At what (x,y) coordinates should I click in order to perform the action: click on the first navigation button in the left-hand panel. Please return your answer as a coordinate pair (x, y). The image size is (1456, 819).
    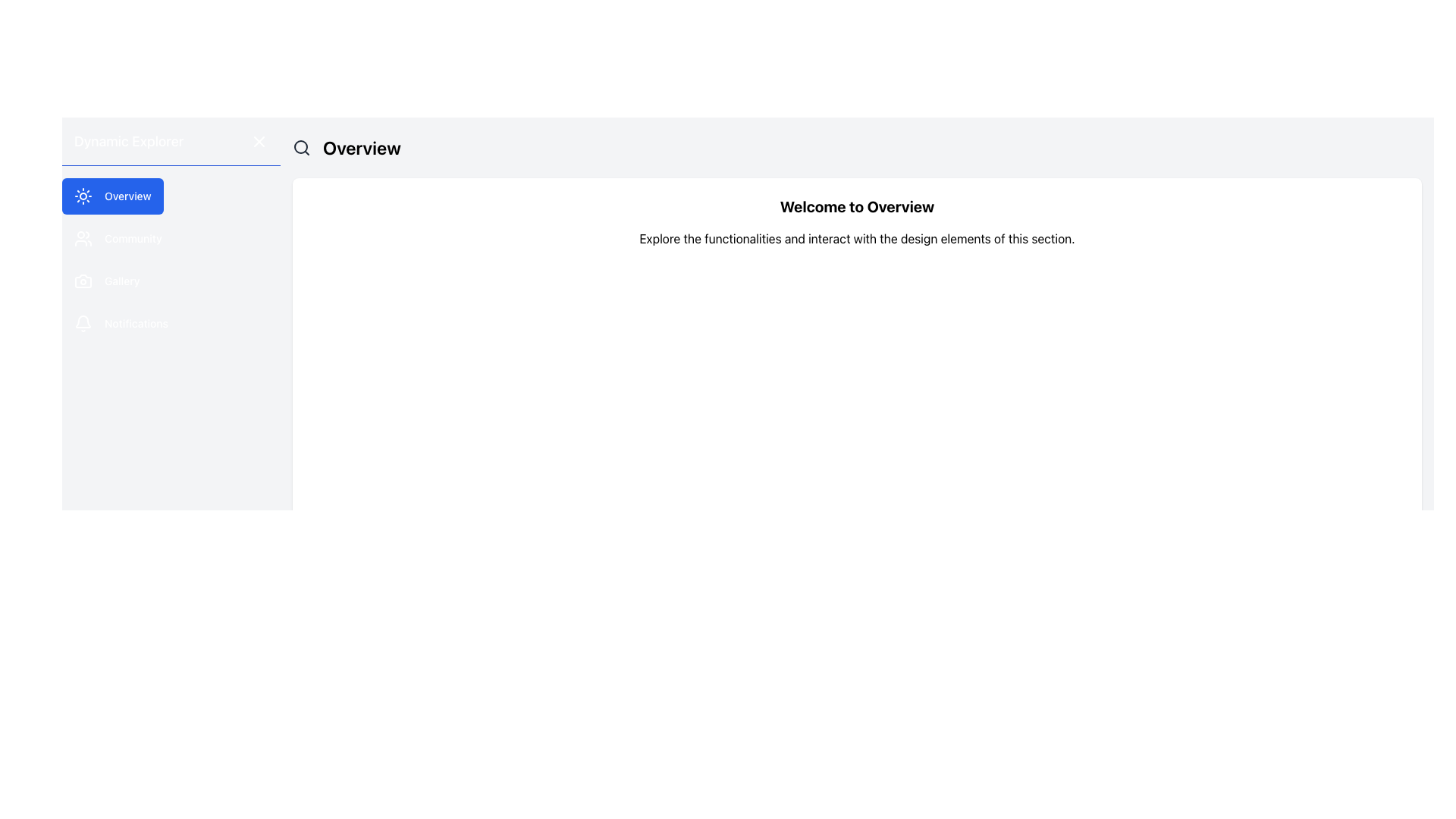
    Looking at the image, I should click on (111, 195).